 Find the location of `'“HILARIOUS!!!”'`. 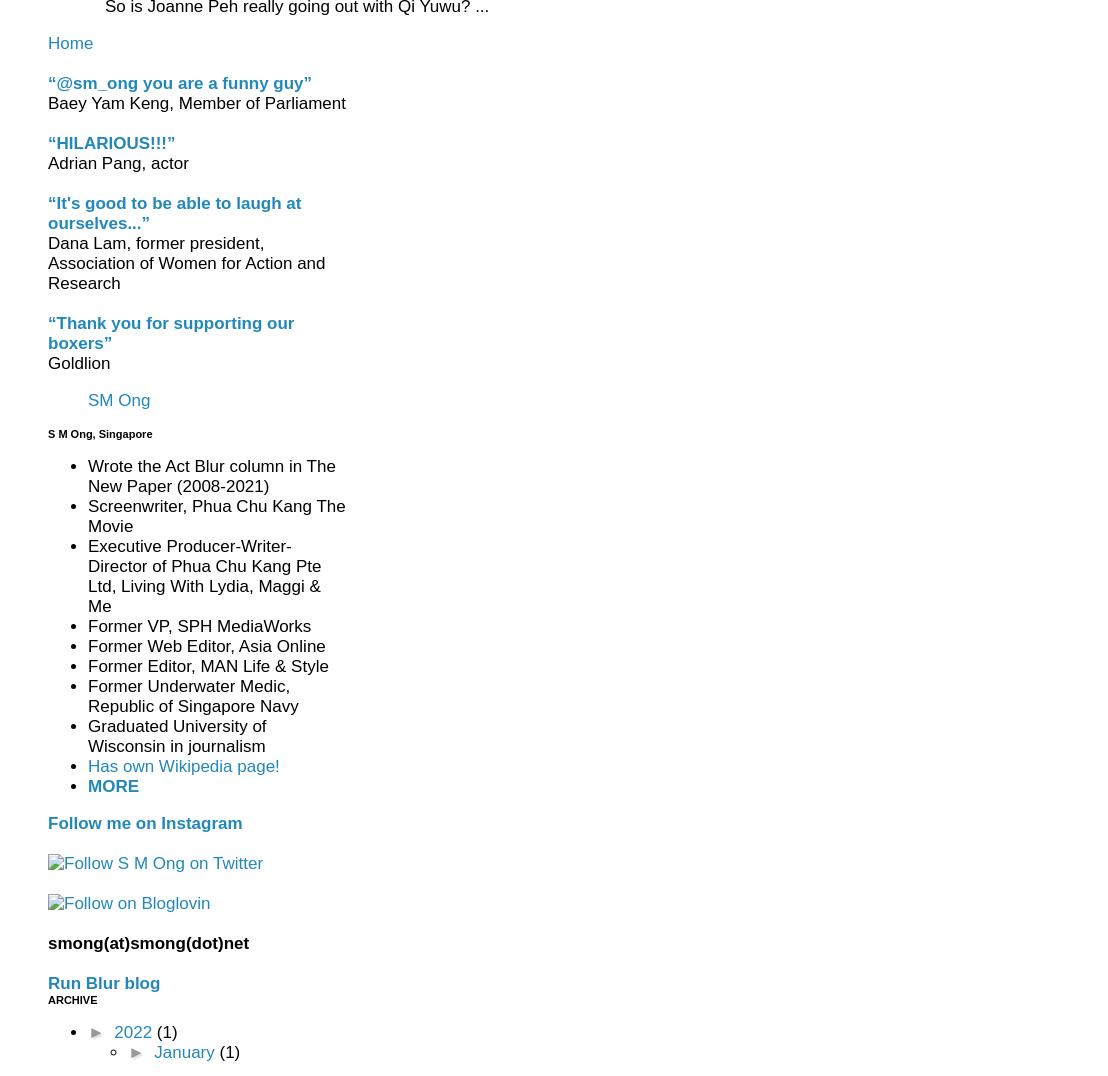

'“HILARIOUS!!!”' is located at coordinates (46, 143).